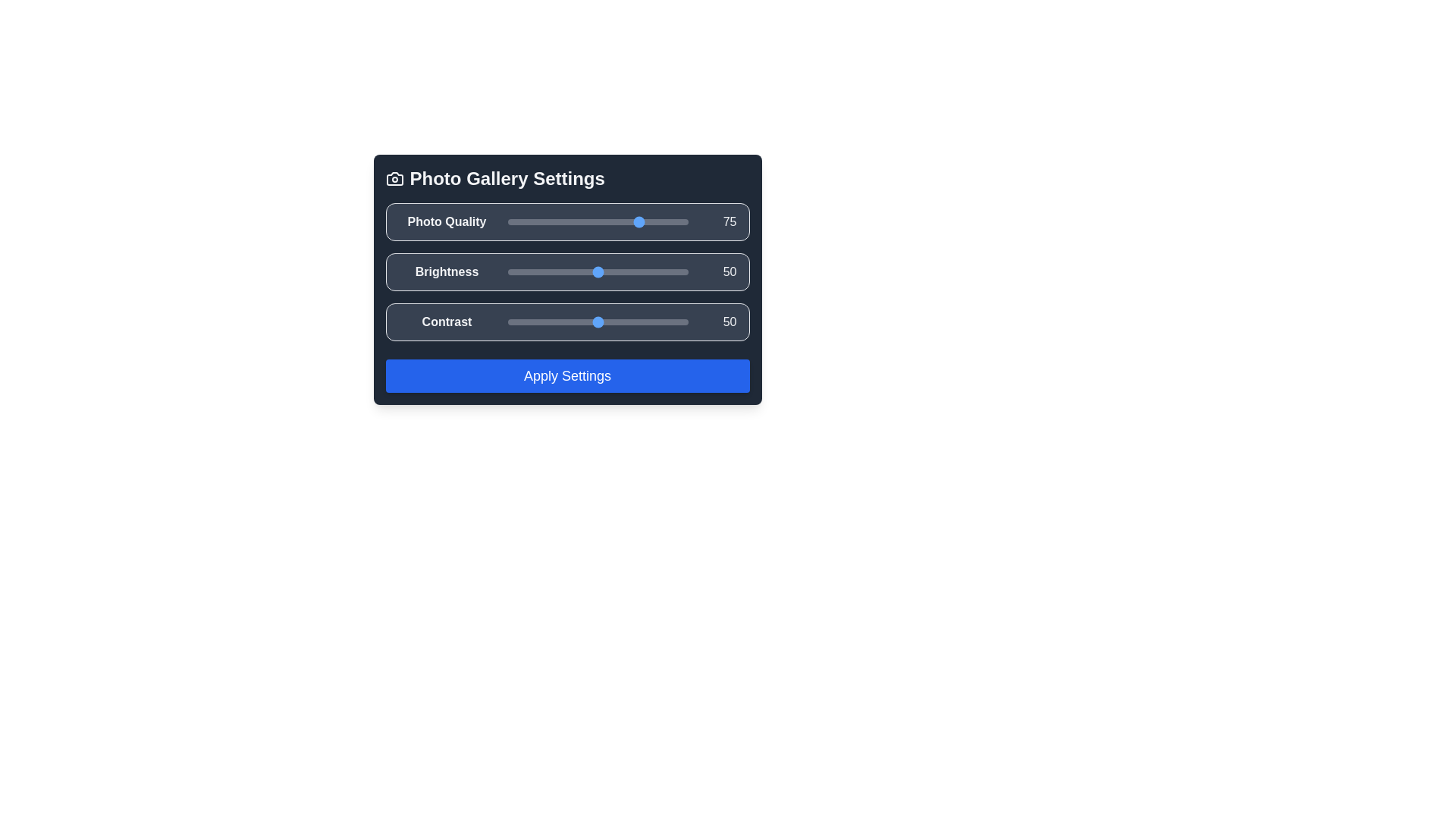 Image resolution: width=1456 pixels, height=819 pixels. What do you see at coordinates (682, 271) in the screenshot?
I see `the brightness level` at bounding box center [682, 271].